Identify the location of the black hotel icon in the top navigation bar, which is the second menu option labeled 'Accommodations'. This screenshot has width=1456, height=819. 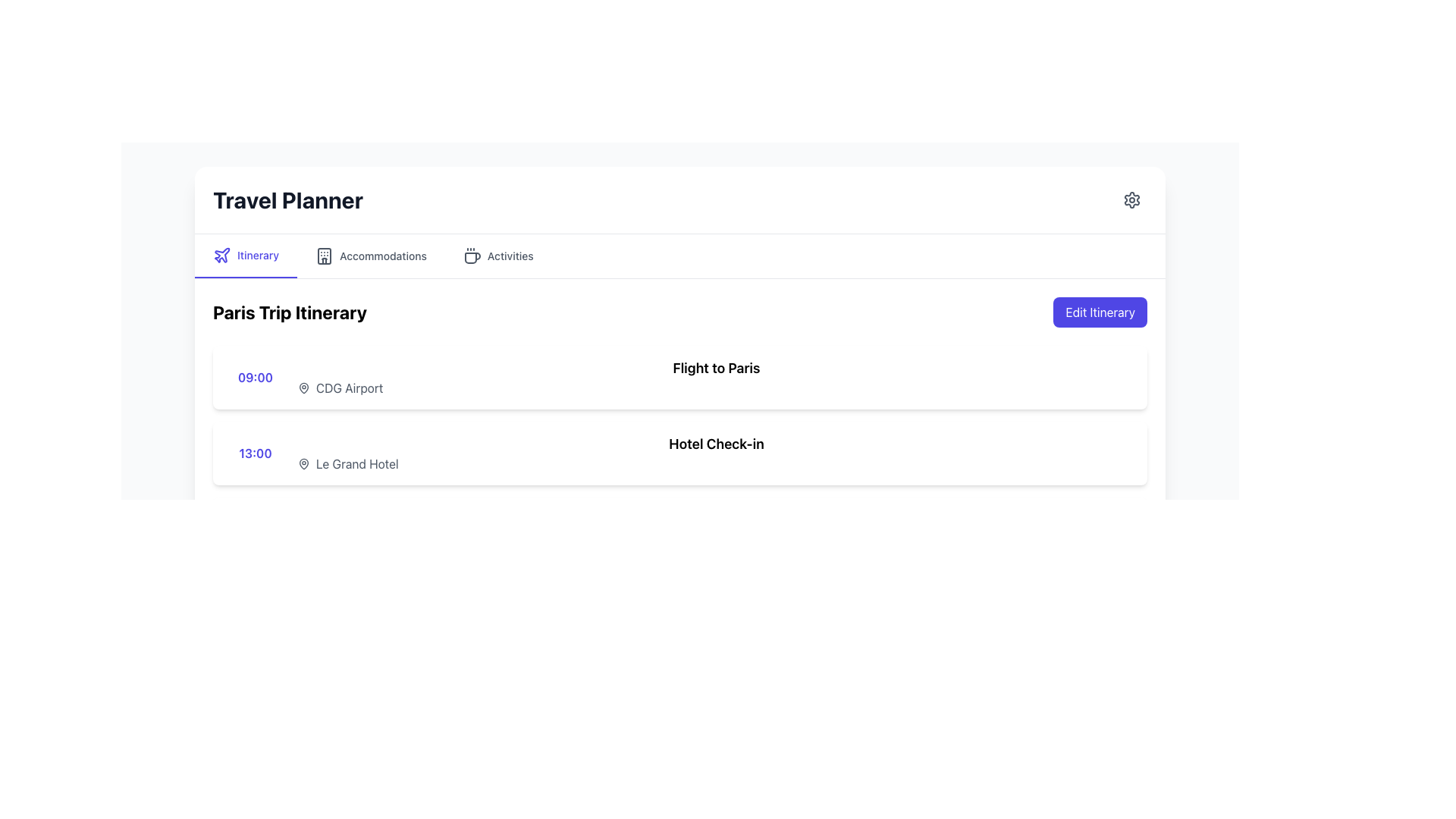
(324, 256).